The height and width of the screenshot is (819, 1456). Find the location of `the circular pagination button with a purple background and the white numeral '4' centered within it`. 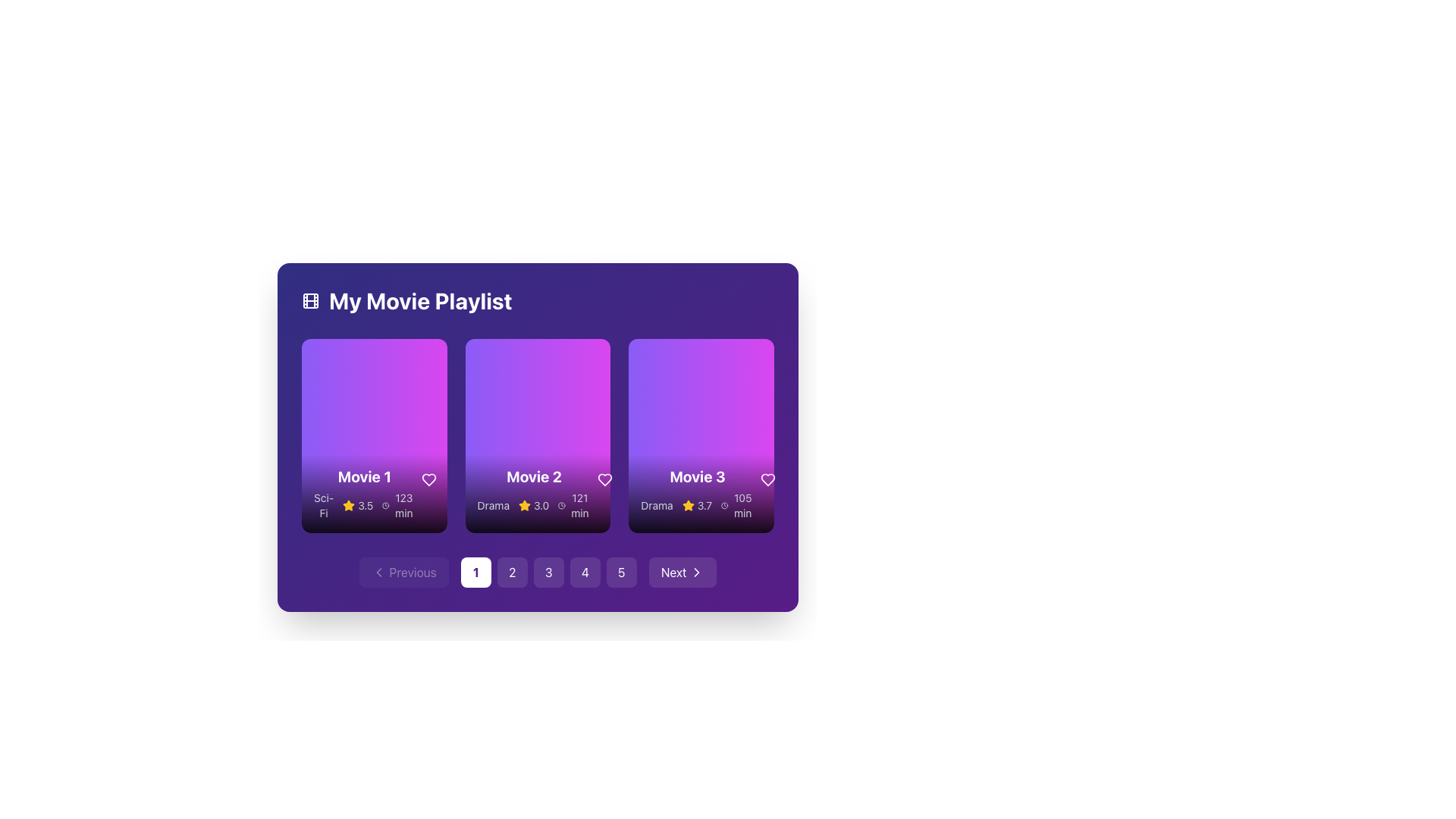

the circular pagination button with a purple background and the white numeral '4' centered within it is located at coordinates (584, 573).